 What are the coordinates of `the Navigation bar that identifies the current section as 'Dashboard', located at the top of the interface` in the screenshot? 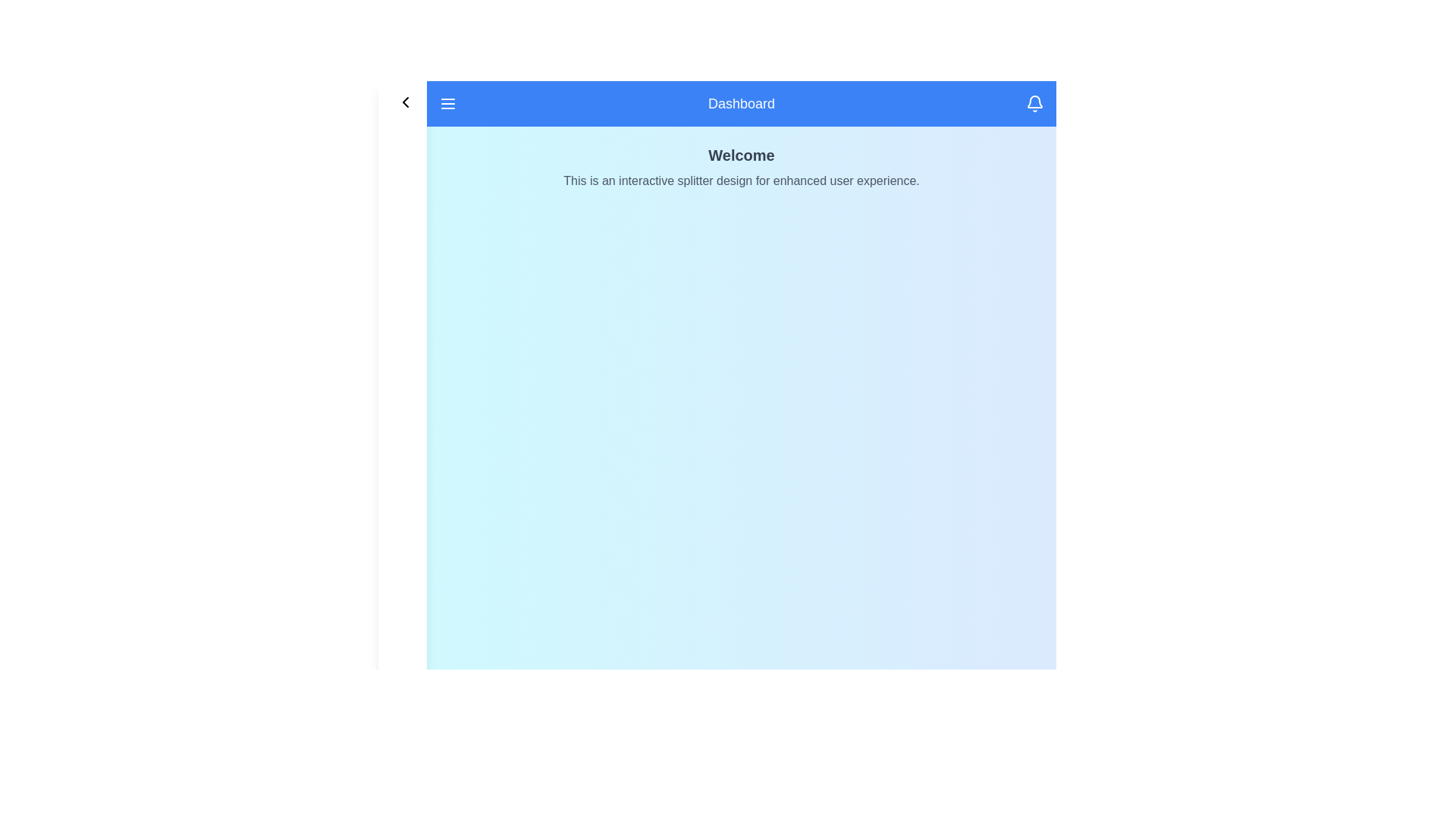 It's located at (742, 103).